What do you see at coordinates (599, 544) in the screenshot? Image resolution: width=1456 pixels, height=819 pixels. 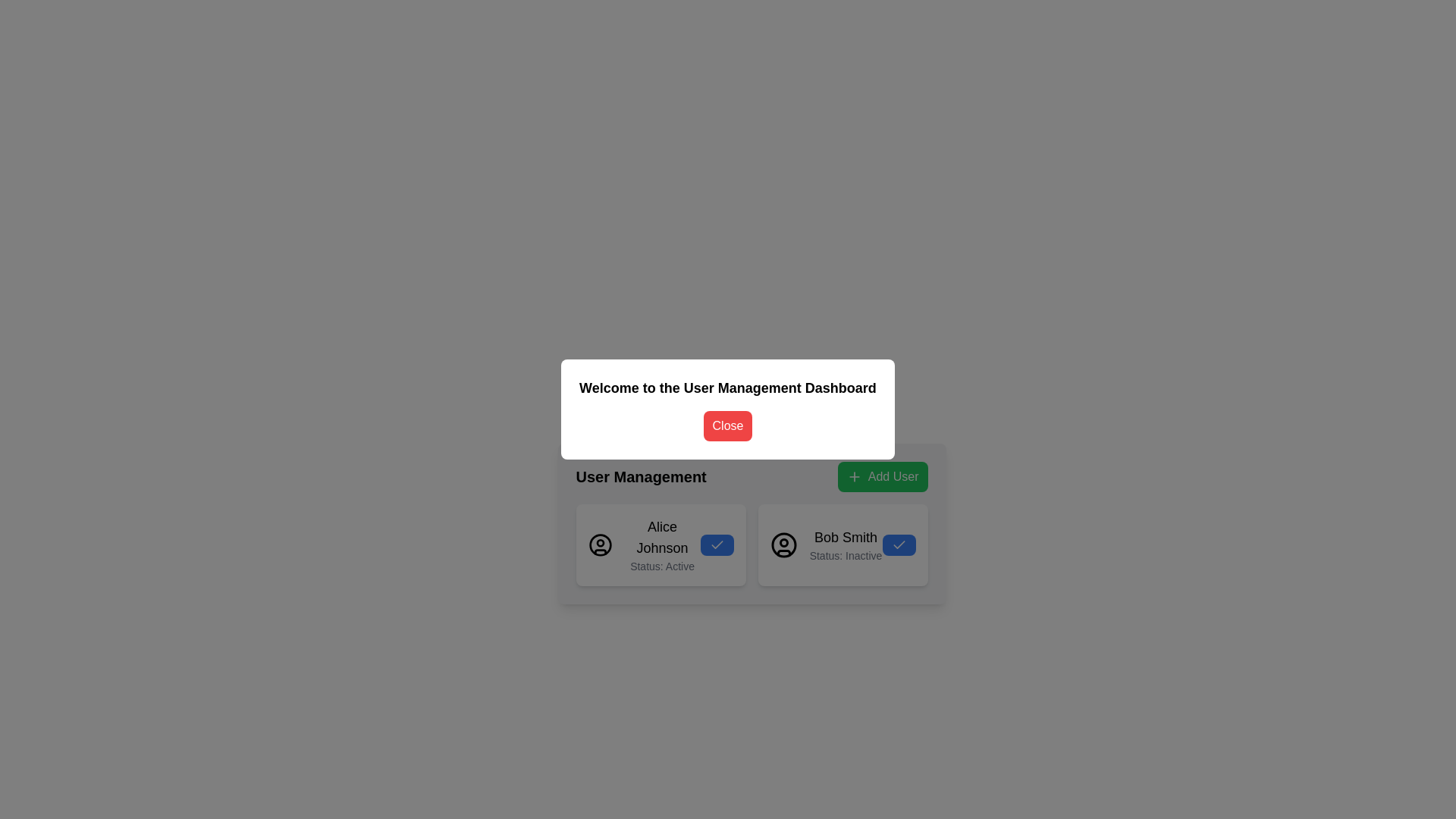 I see `the profile icon representing the user 'Alice Johnson', which is located above the text 'Alice Johnson' in the User Management section` at bounding box center [599, 544].